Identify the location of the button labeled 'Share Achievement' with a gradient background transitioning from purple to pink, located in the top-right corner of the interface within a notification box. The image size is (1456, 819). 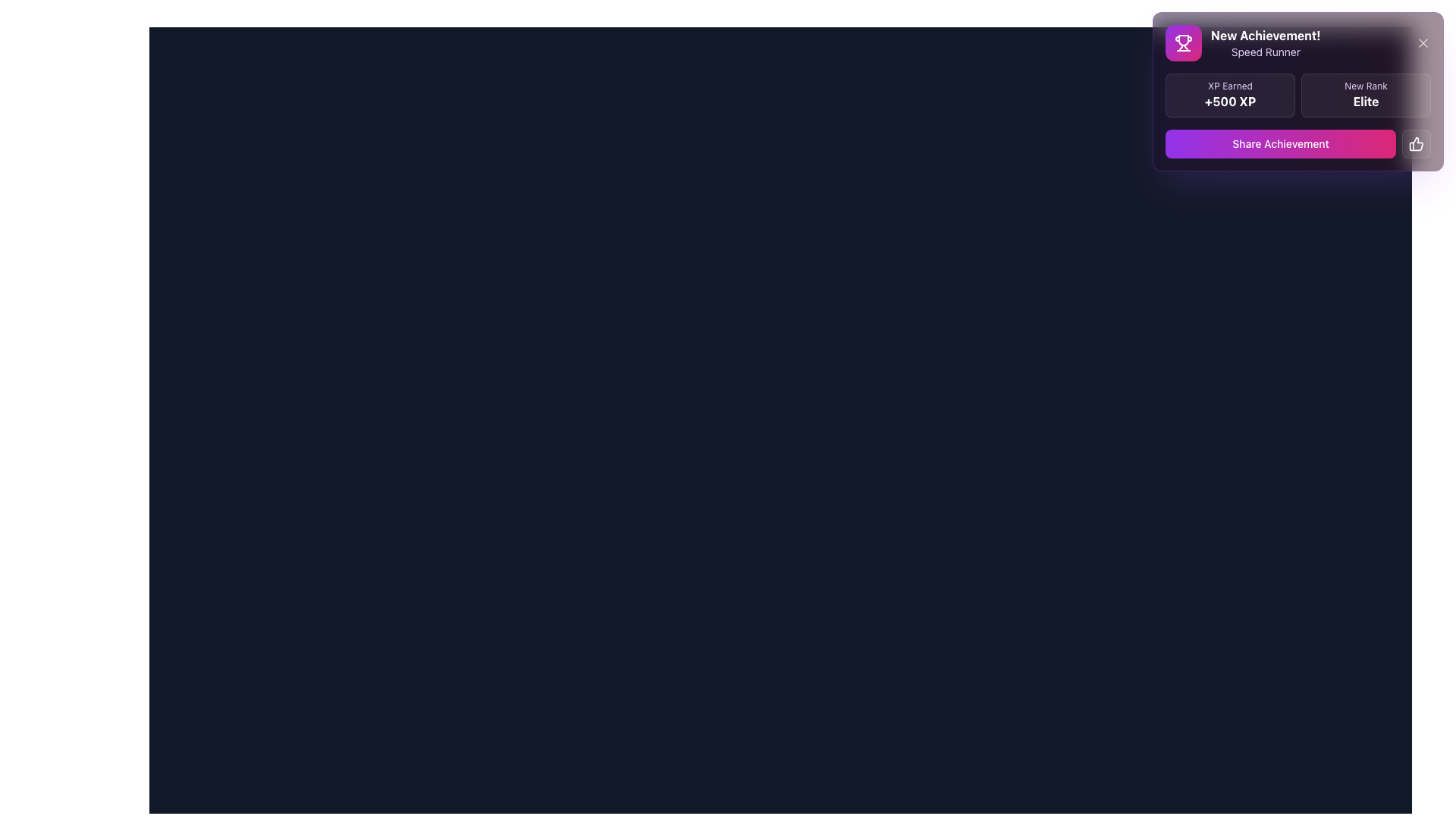
(1298, 143).